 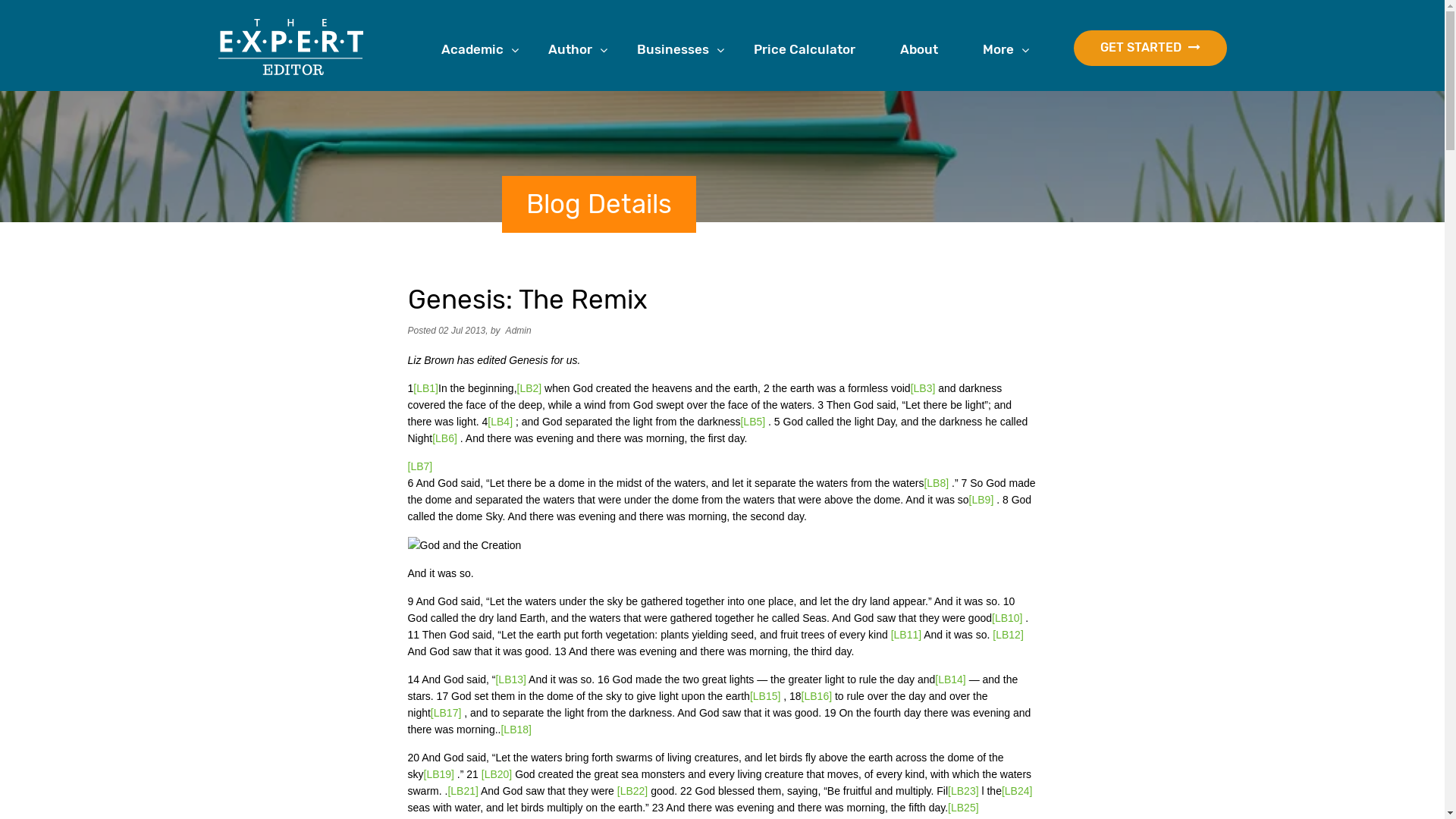 I want to click on '[LB8]', so click(x=935, y=482).